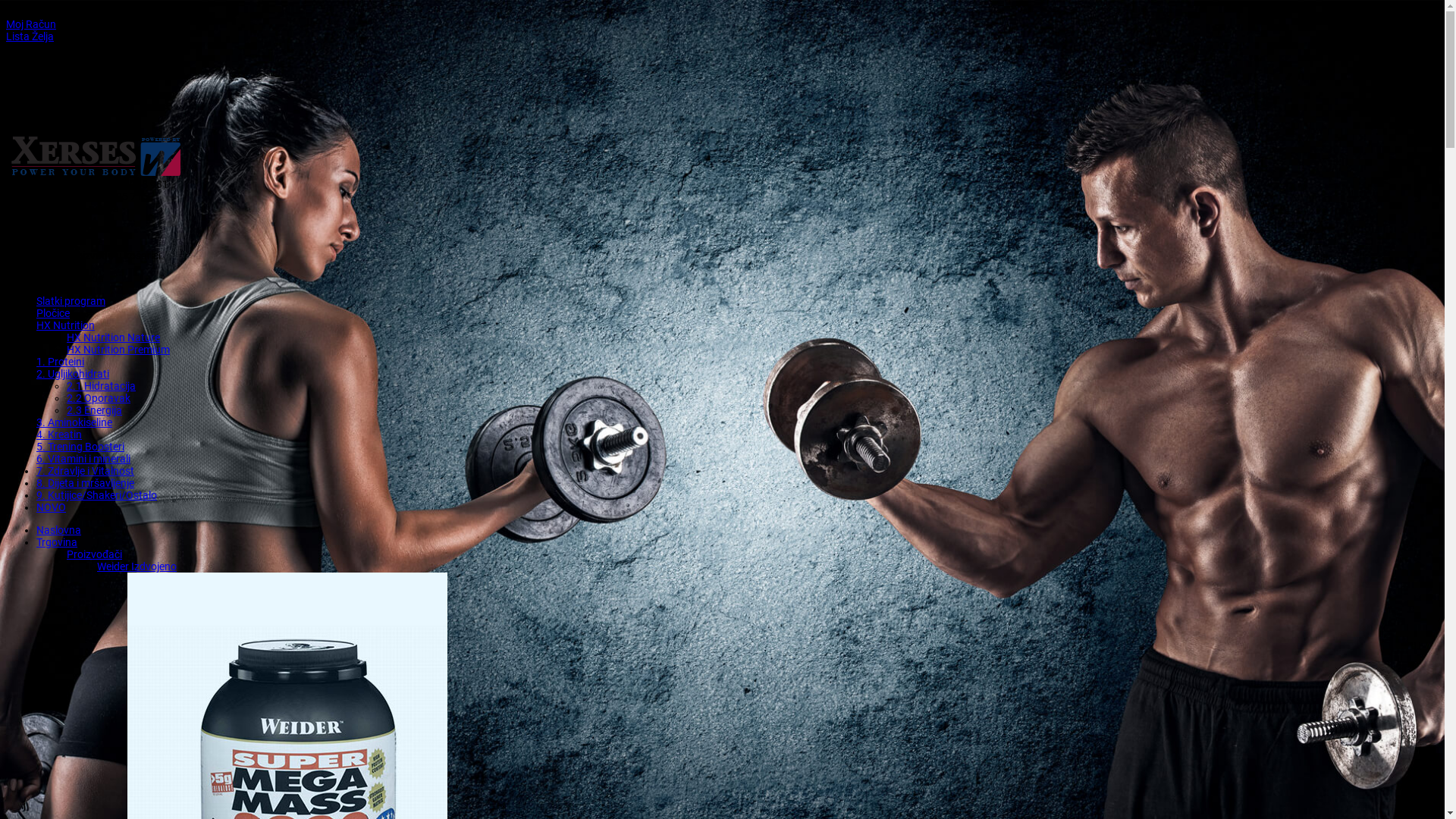 The width and height of the screenshot is (1456, 819). I want to click on '2.1 Hidratacija', so click(100, 385).